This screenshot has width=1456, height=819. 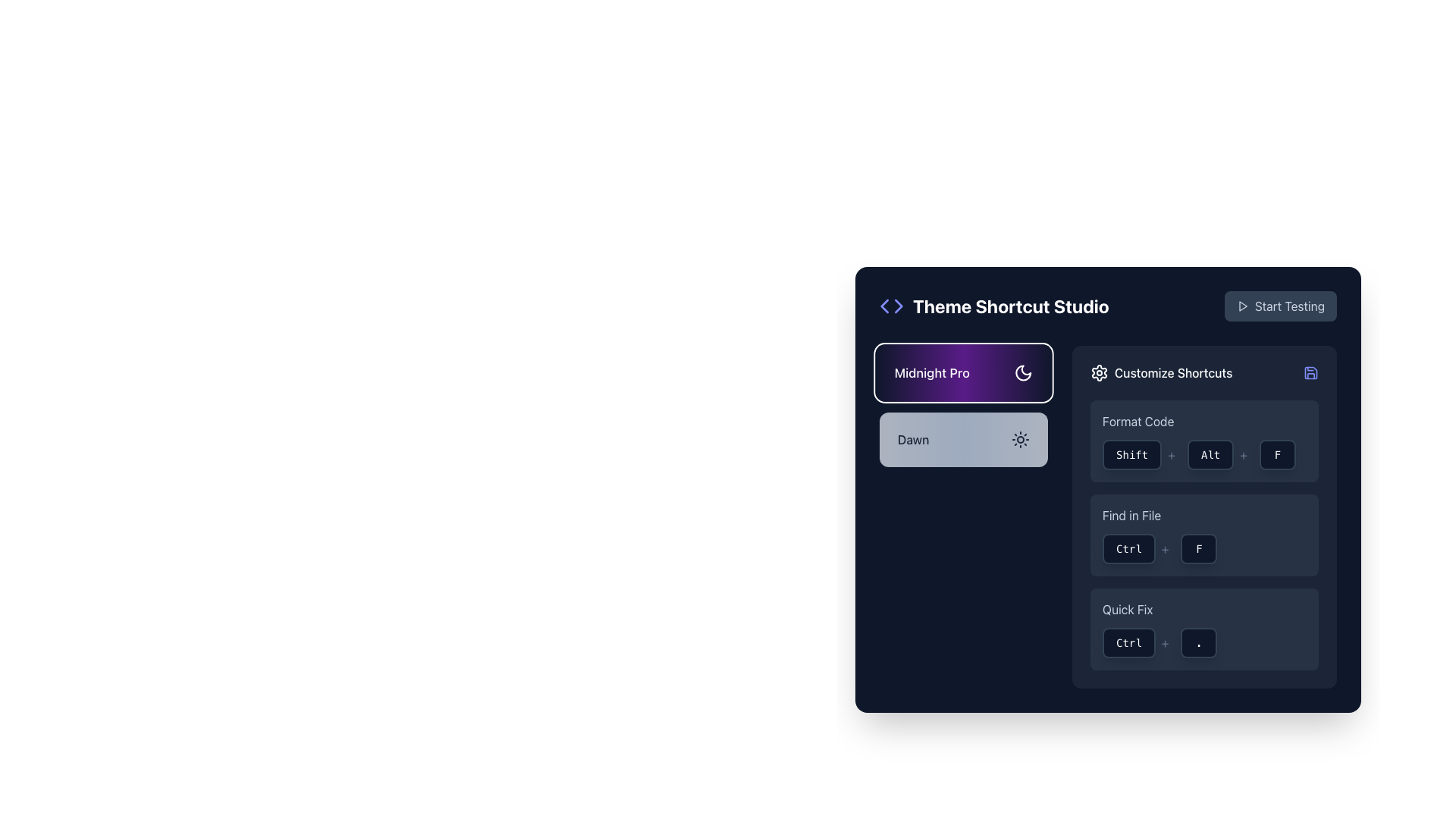 What do you see at coordinates (1210, 454) in the screenshot?
I see `the 'Alt' key representation in the 'Customize Shortcuts' section, which is part of the 'Format Code' shortcut, located between the 'Shift' and 'F' buttons` at bounding box center [1210, 454].